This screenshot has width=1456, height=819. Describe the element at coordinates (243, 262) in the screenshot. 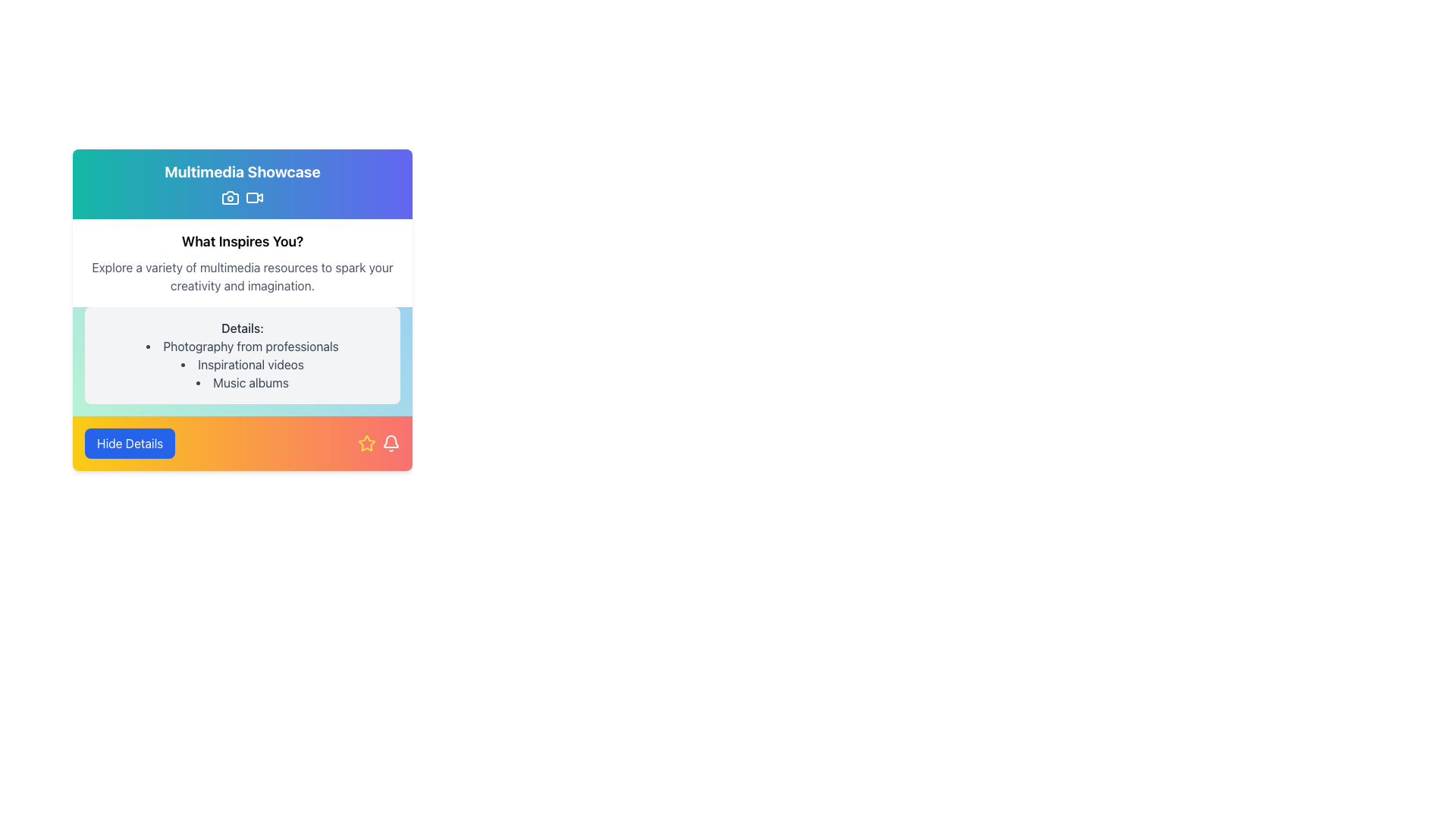

I see `the static text block that provides a general description or motivational content, which is located centrally beneath the header 'Multimedia Showcase' and above the section titled 'Details'` at that location.